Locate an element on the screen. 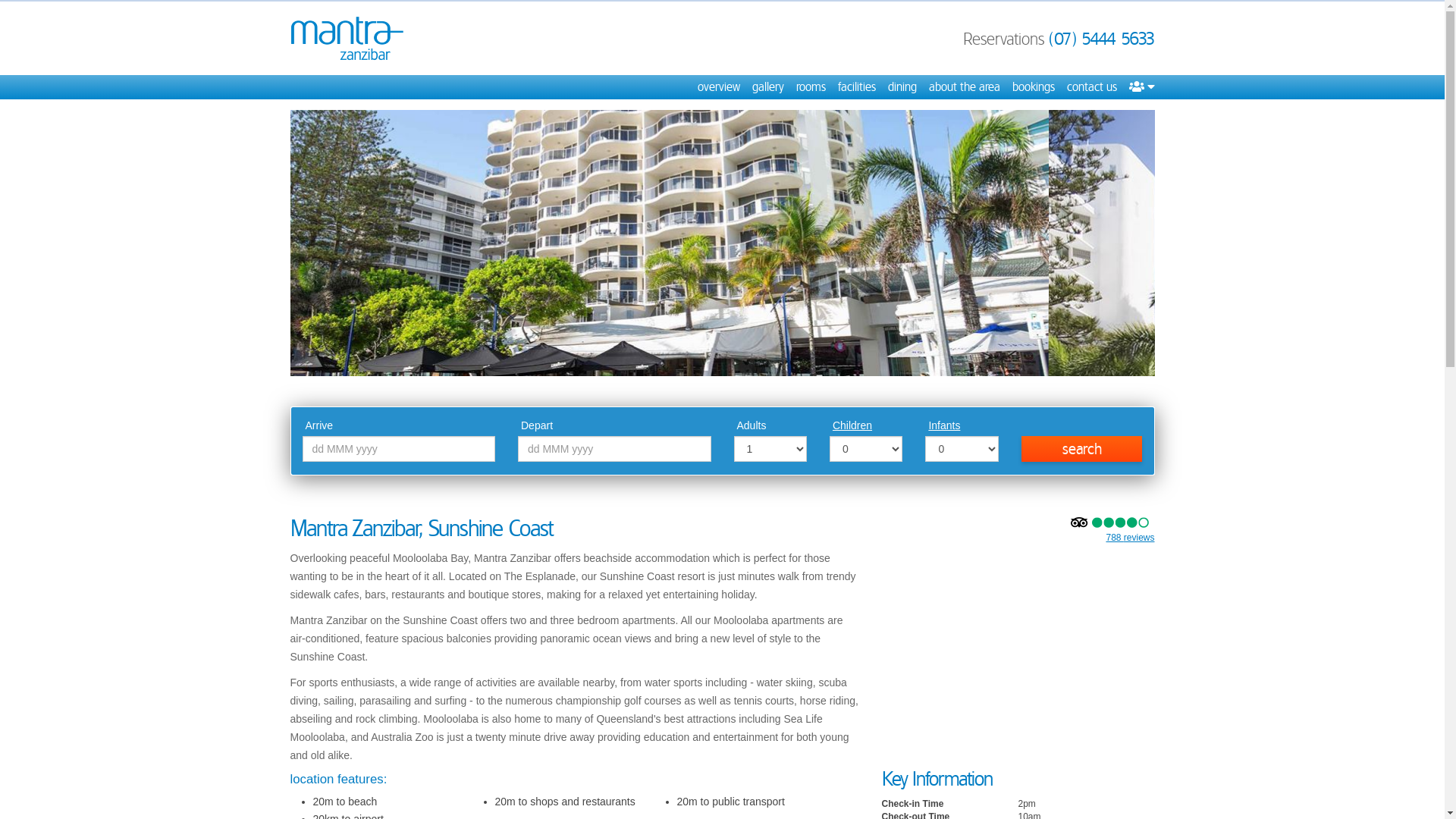 The image size is (1456, 819). 'gallery' is located at coordinates (767, 87).